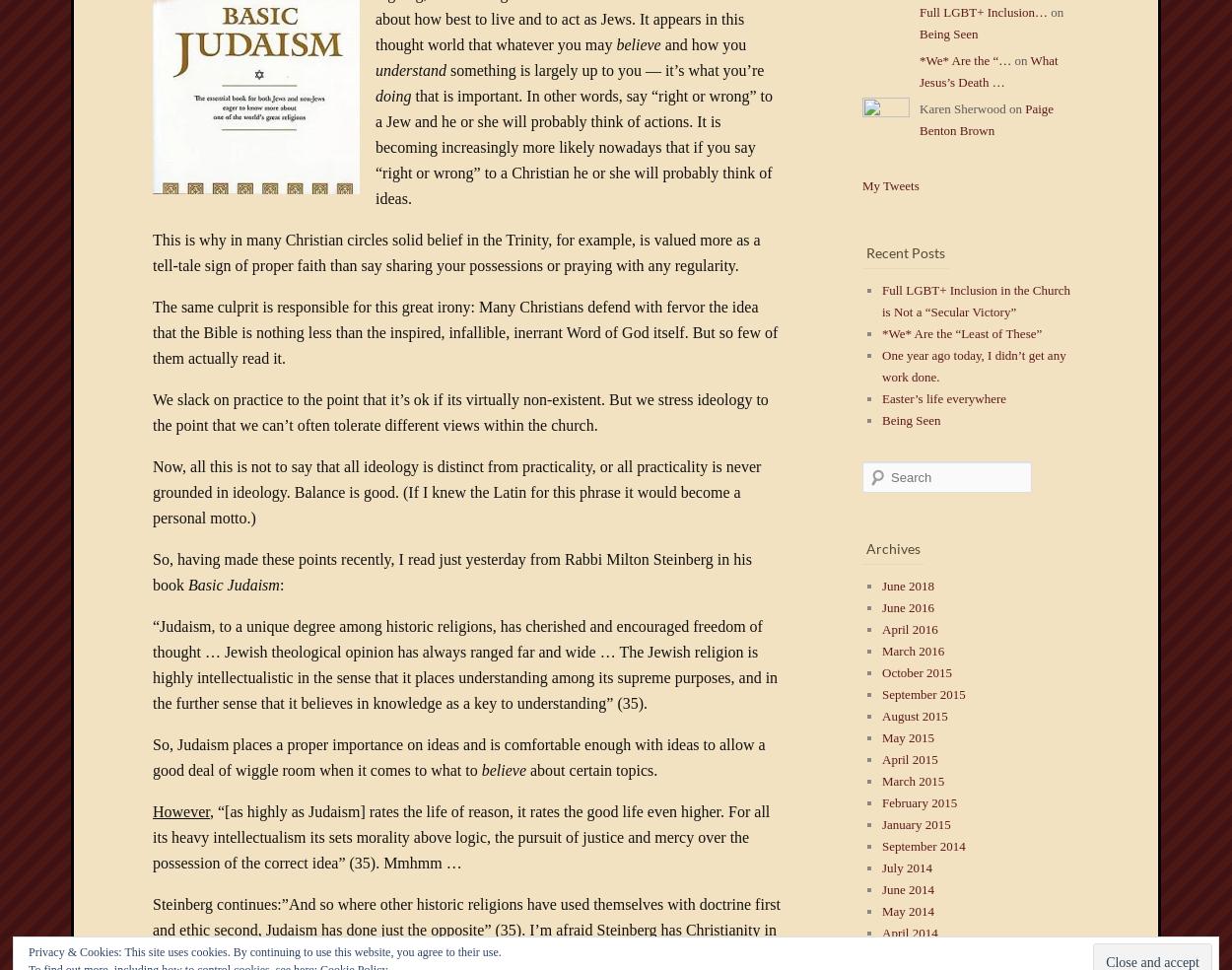 Image resolution: width=1232 pixels, height=970 pixels. Describe the element at coordinates (187, 584) in the screenshot. I see `'Basic Judaism'` at that location.